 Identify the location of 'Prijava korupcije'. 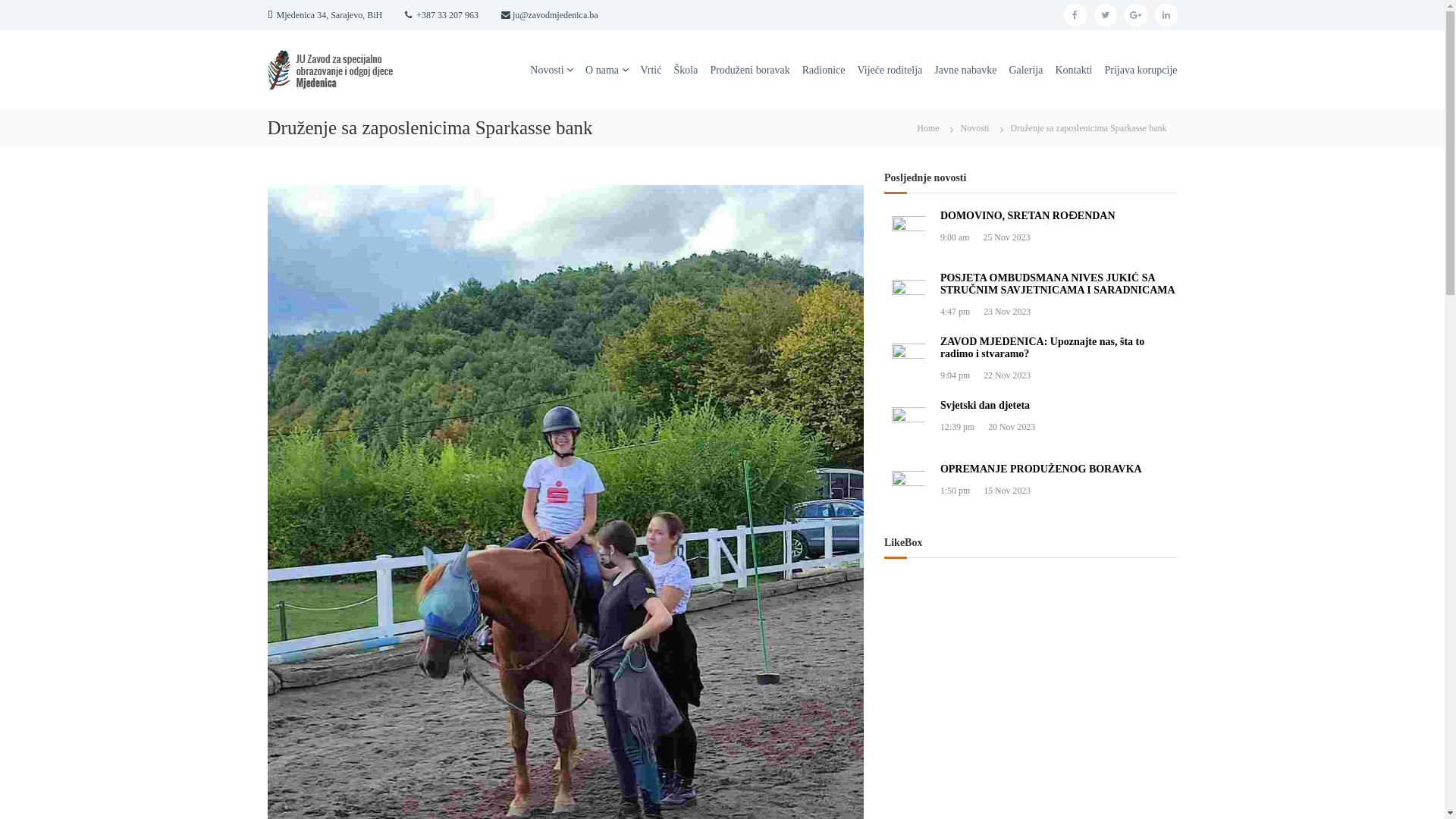
(1103, 69).